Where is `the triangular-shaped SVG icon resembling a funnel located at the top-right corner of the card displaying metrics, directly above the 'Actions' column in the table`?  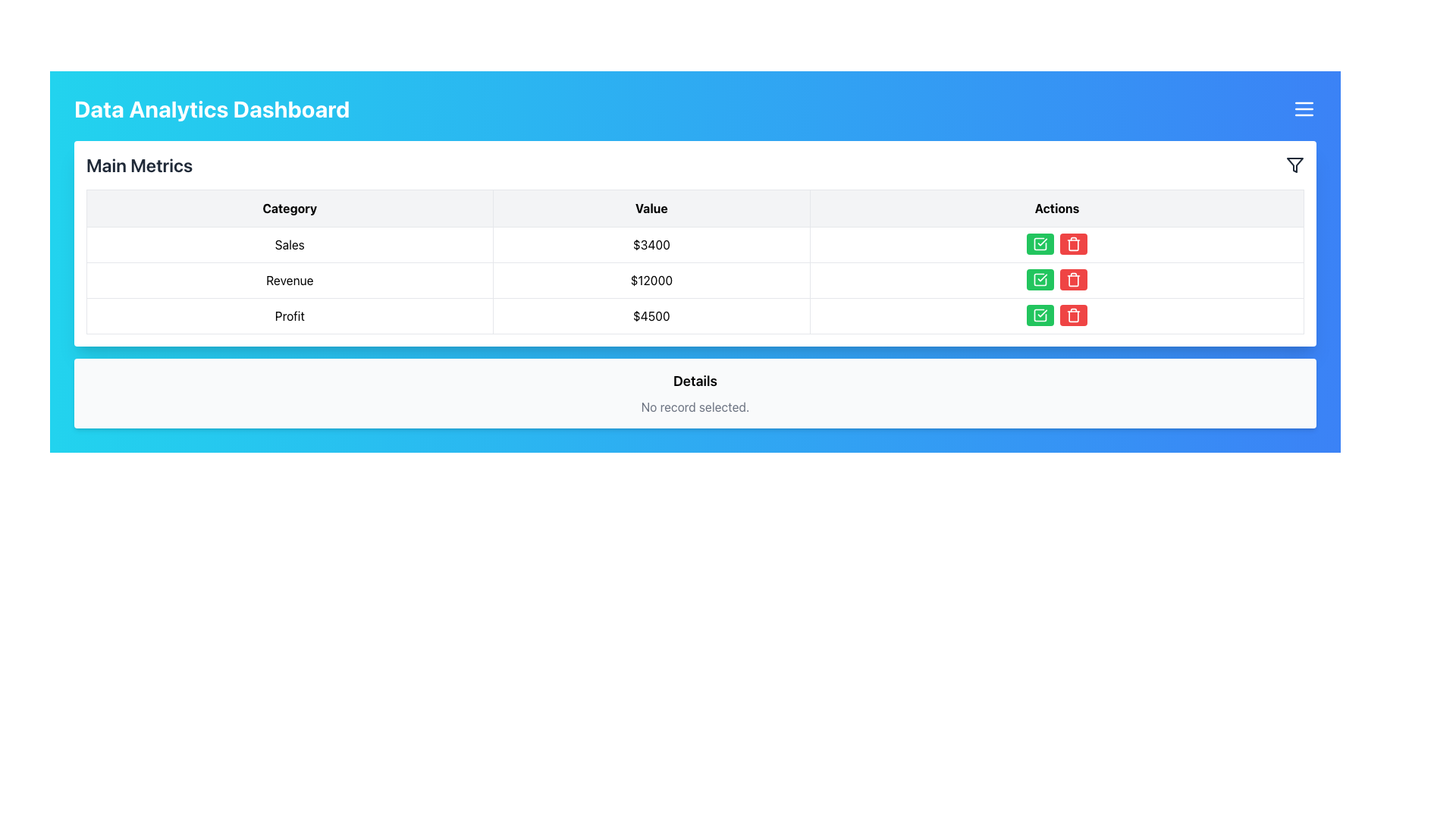
the triangular-shaped SVG icon resembling a funnel located at the top-right corner of the card displaying metrics, directly above the 'Actions' column in the table is located at coordinates (1294, 165).